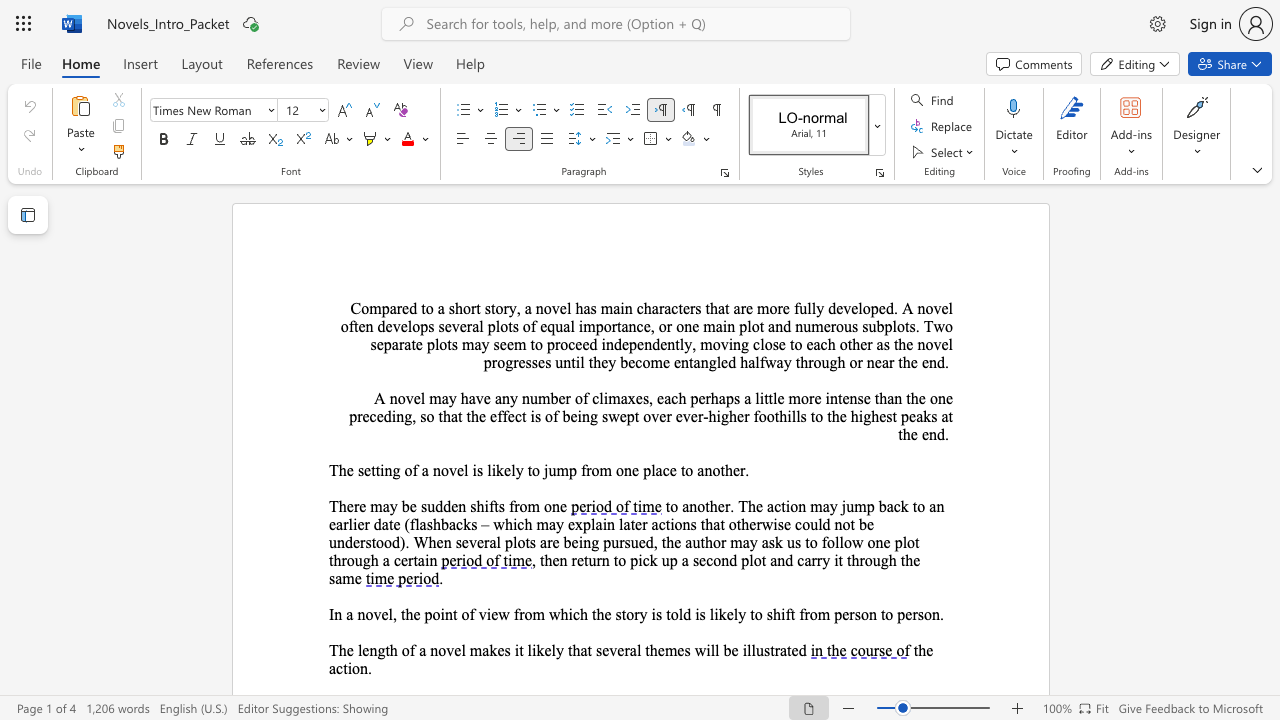  I want to click on the subset text "themes will" within the text "The length of a novel makes it likely that several themes will be illustrated", so click(645, 650).